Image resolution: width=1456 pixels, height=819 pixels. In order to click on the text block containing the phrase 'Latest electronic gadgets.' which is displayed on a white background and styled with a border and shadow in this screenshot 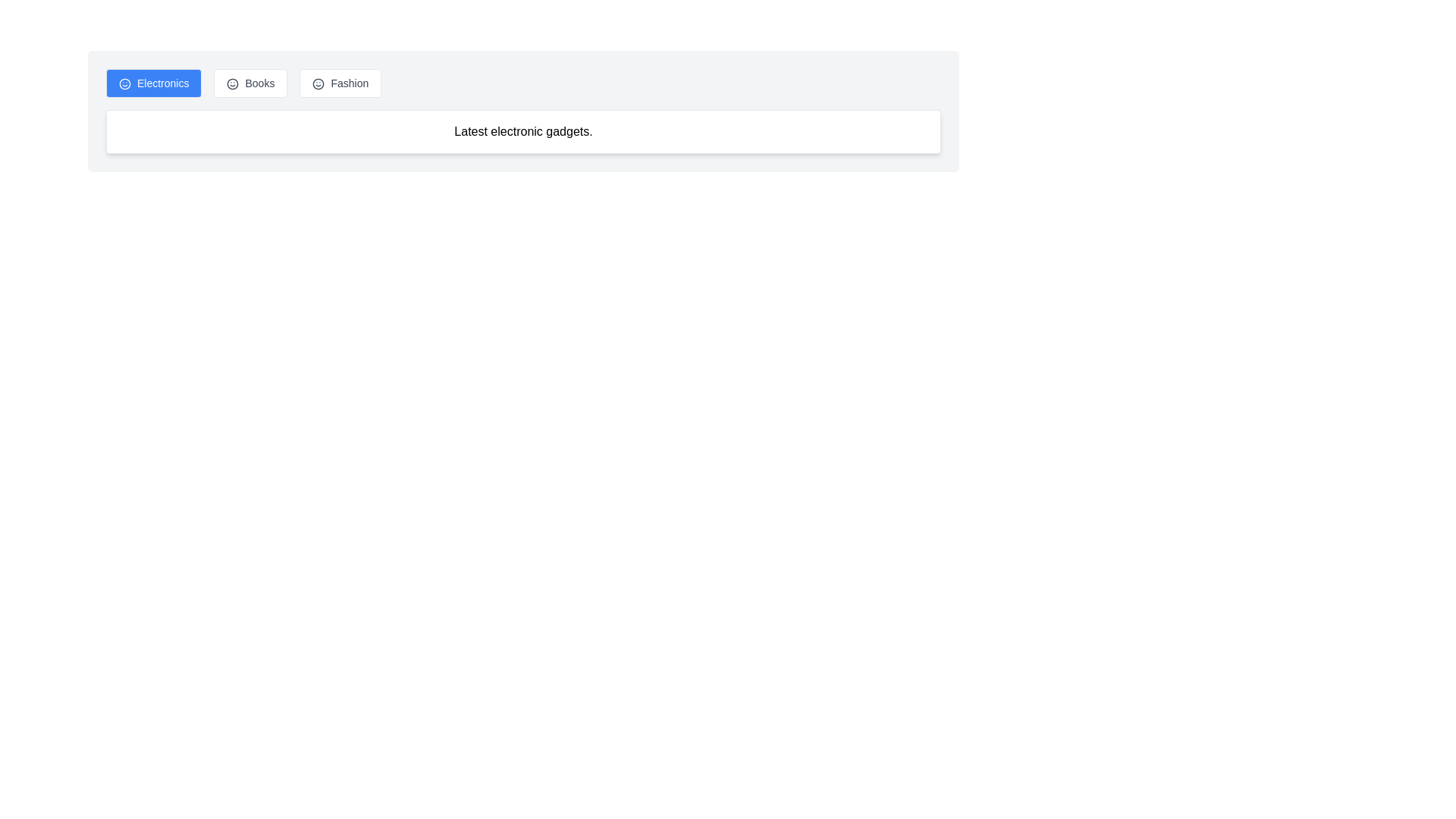, I will do `click(523, 130)`.